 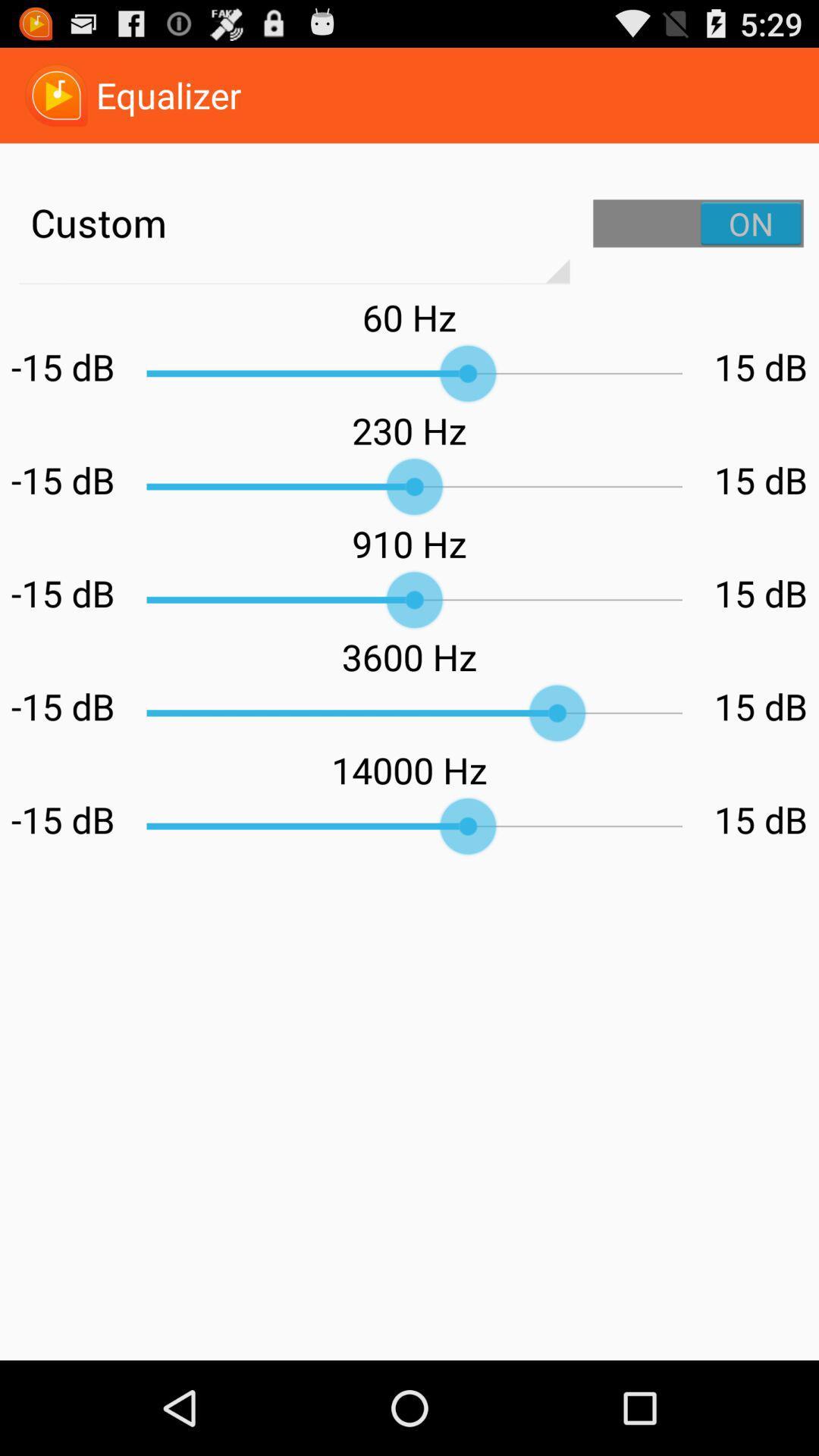 What do you see at coordinates (698, 222) in the screenshot?
I see `the icon to the right of the custom item` at bounding box center [698, 222].